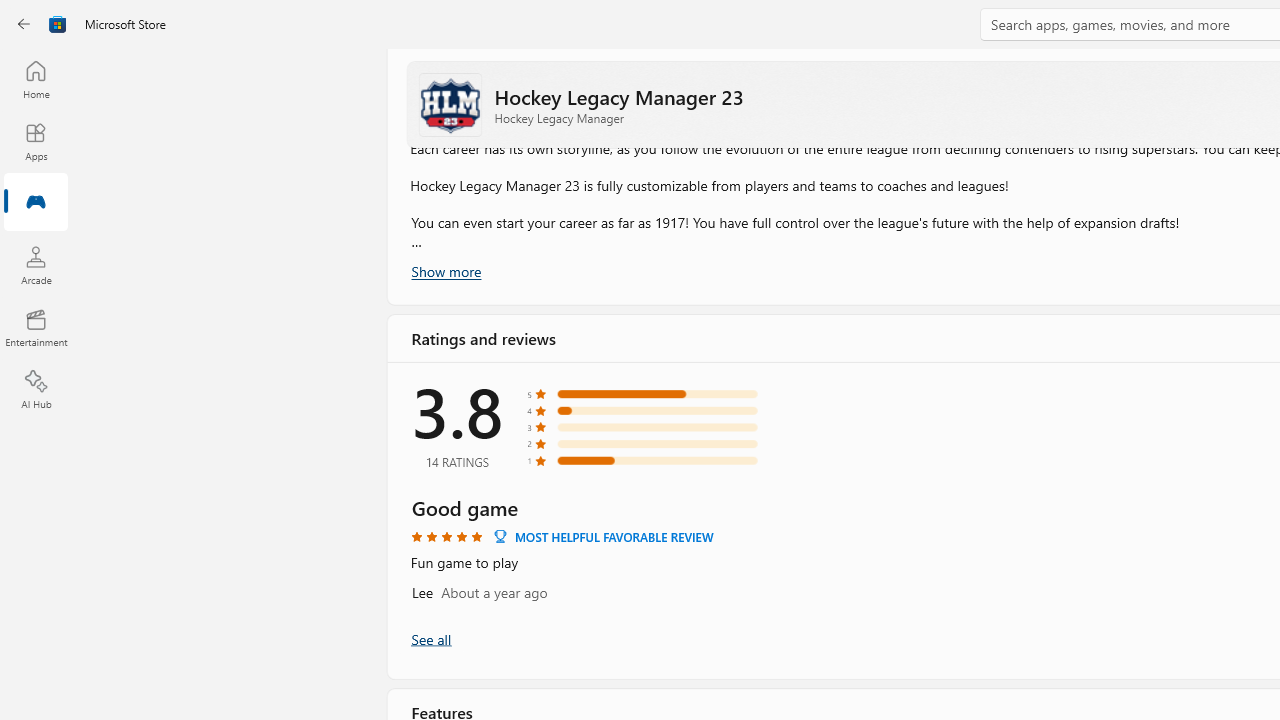  Describe the element at coordinates (35, 264) in the screenshot. I see `'Arcade'` at that location.